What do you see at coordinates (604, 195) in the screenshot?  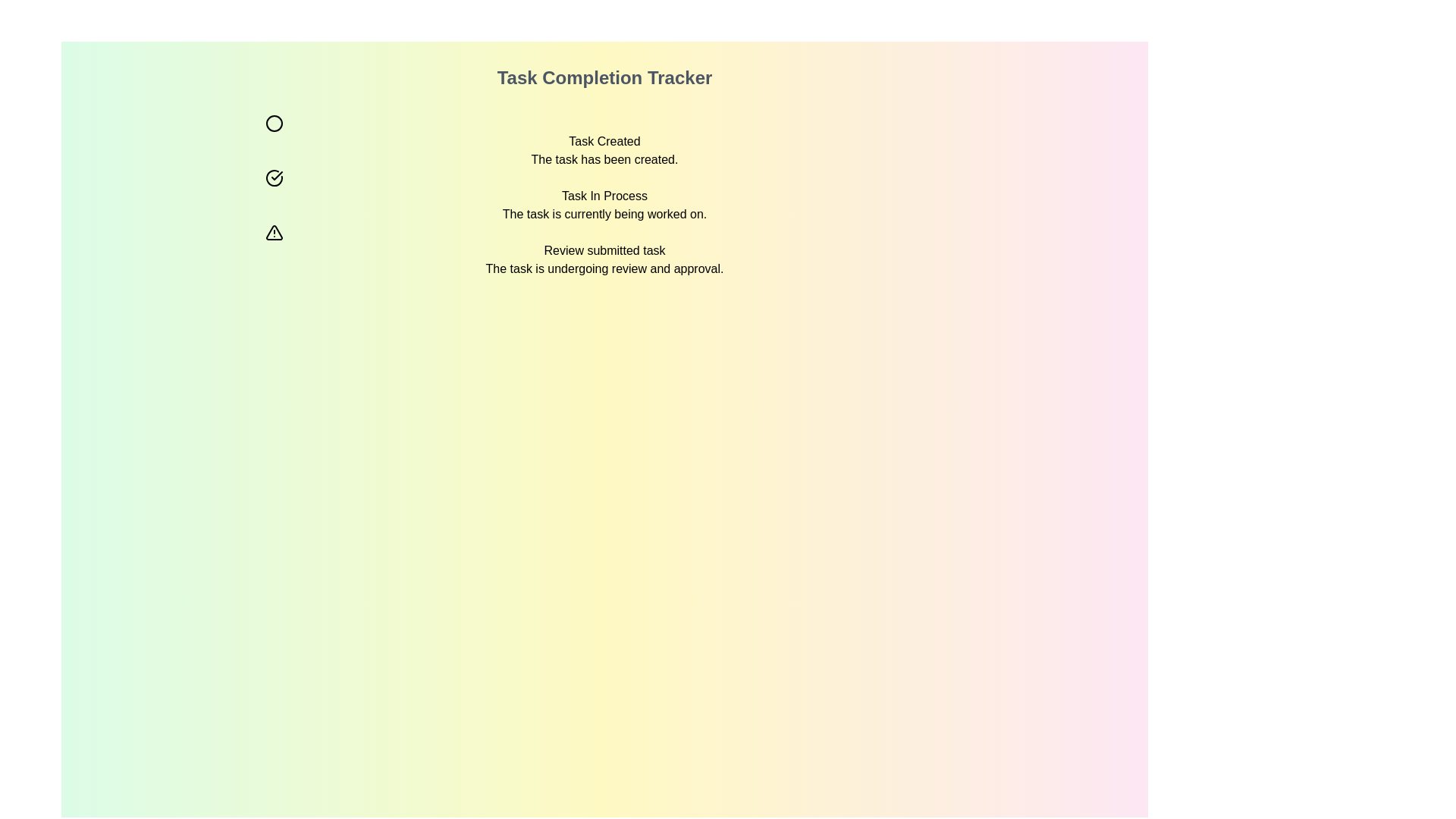 I see `the second task status in the 'Task Completion Tracker', which indicates that a specific task is currently in progress` at bounding box center [604, 195].